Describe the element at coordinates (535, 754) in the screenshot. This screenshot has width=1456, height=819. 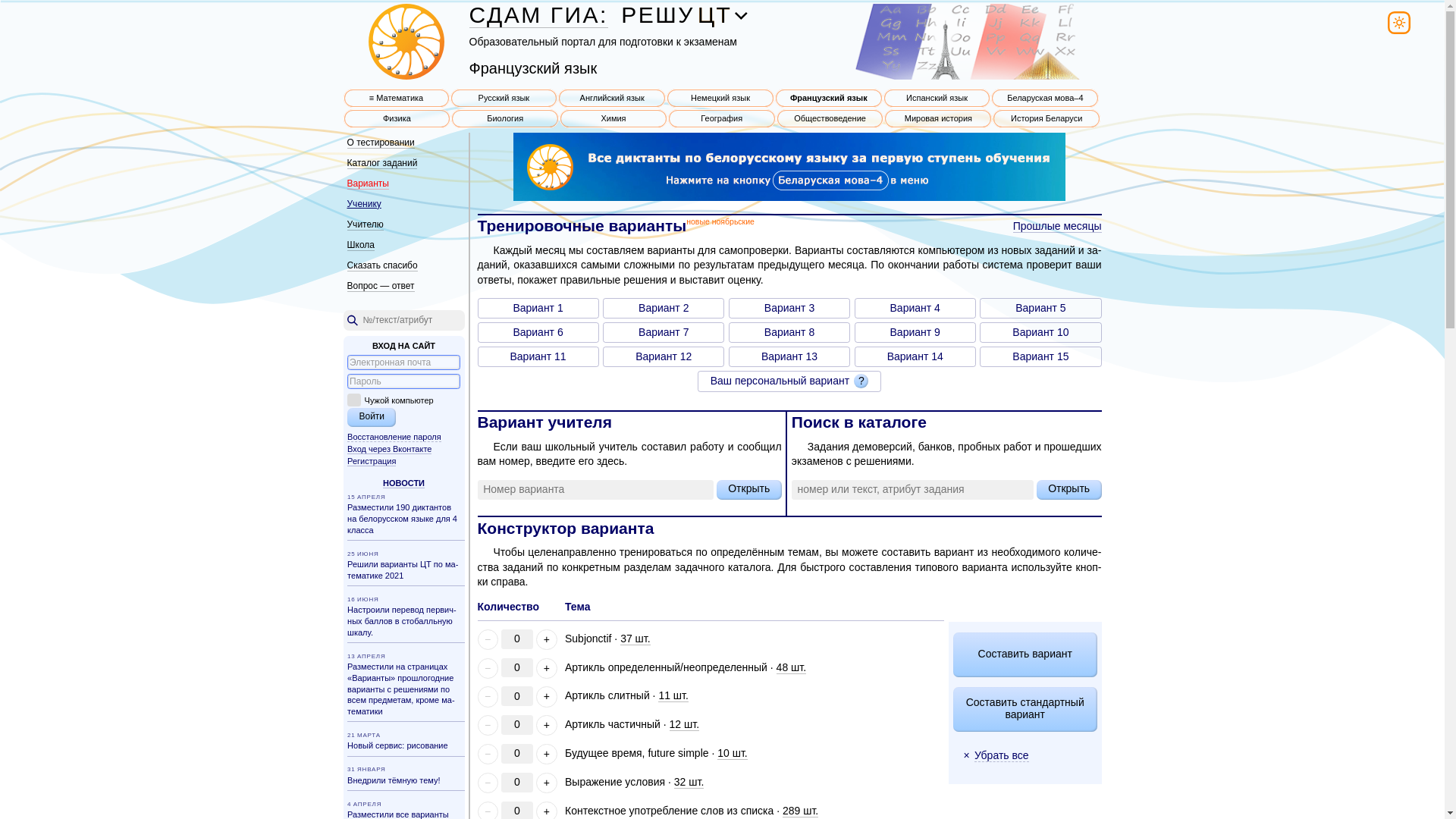
I see `'+'` at that location.